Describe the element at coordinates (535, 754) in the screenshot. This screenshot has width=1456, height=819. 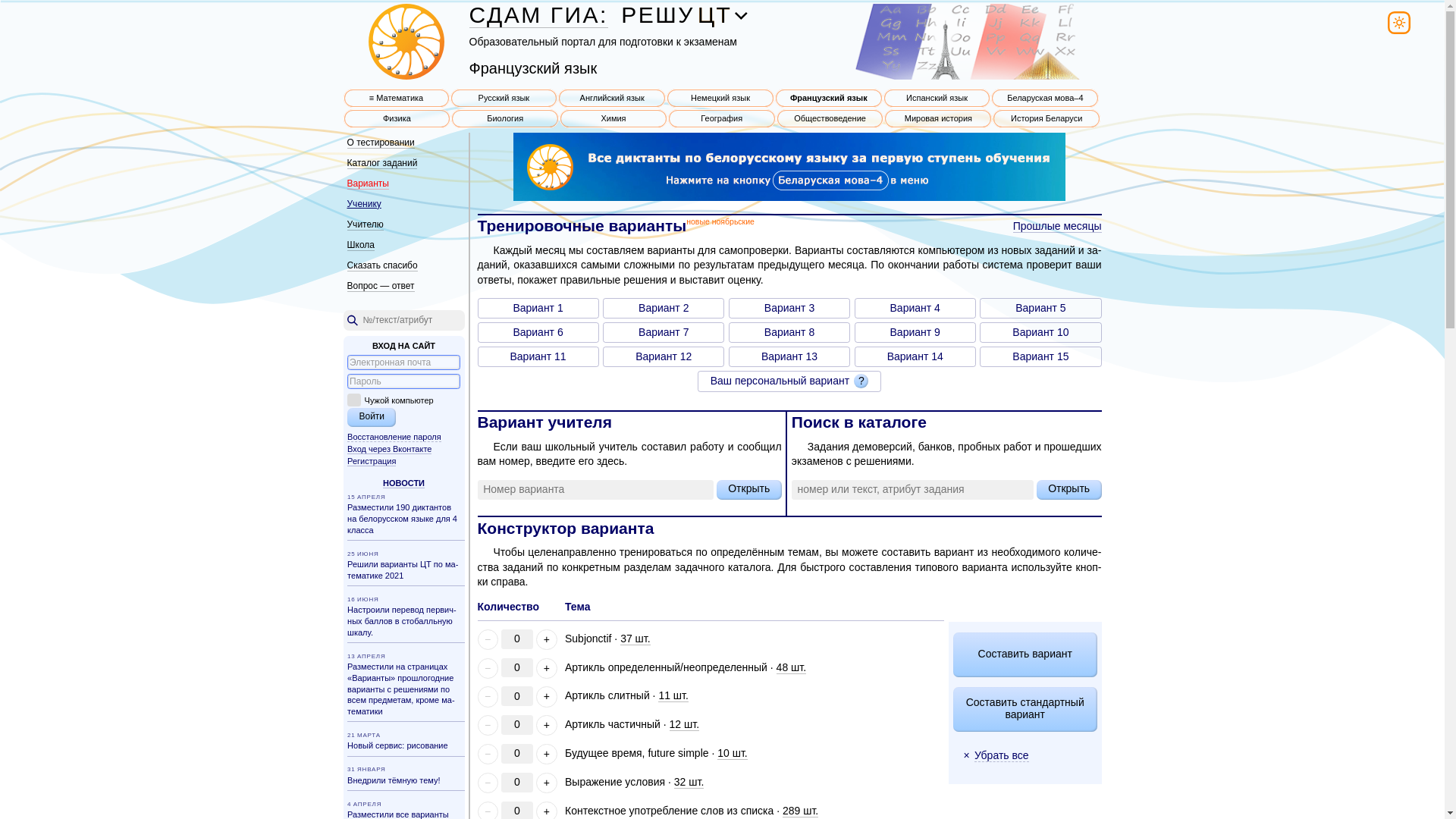
I see `'+'` at that location.